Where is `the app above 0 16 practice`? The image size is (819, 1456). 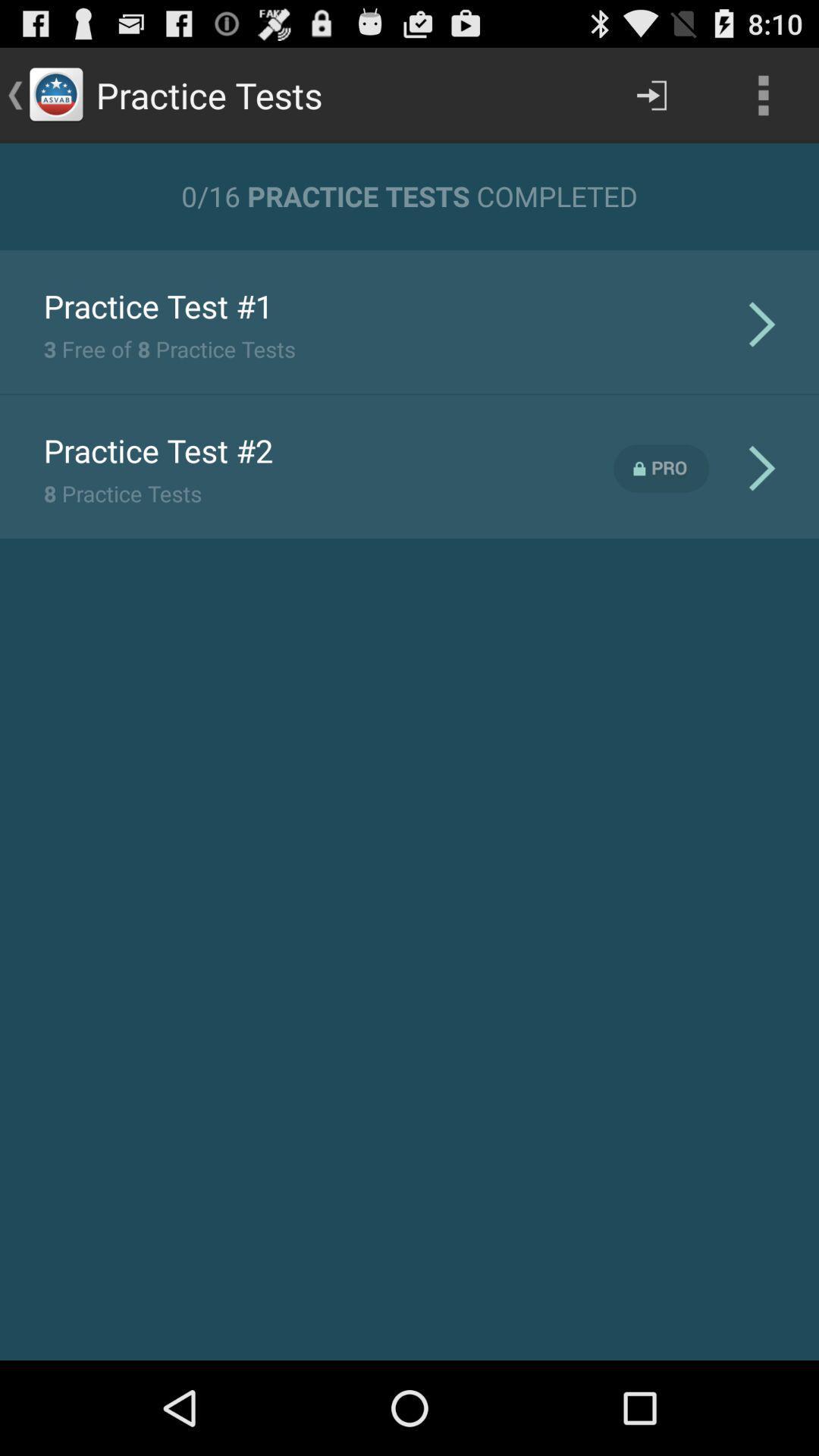
the app above 0 16 practice is located at coordinates (763, 94).